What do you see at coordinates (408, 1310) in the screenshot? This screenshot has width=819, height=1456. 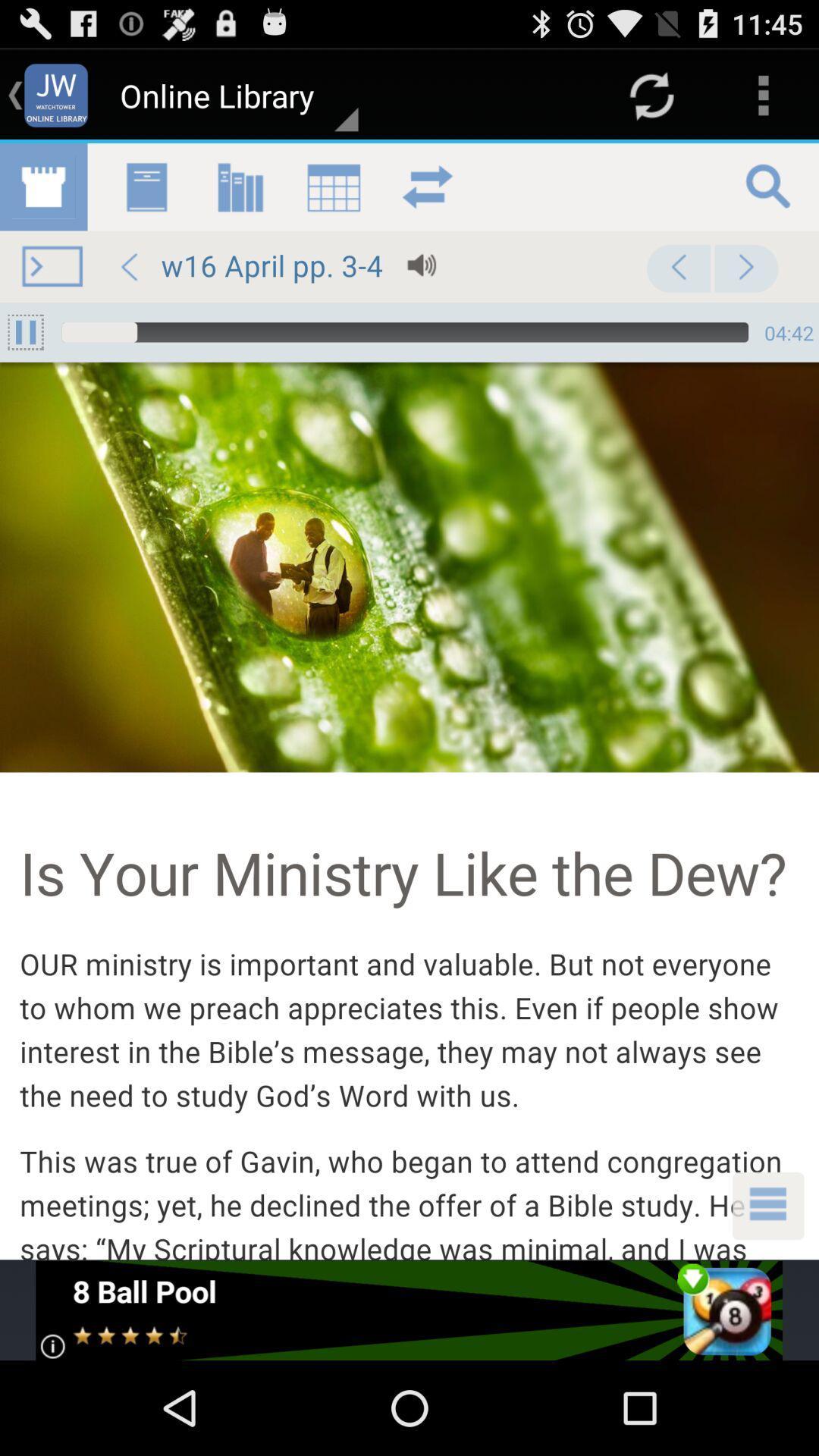 I see `open advertisement` at bounding box center [408, 1310].